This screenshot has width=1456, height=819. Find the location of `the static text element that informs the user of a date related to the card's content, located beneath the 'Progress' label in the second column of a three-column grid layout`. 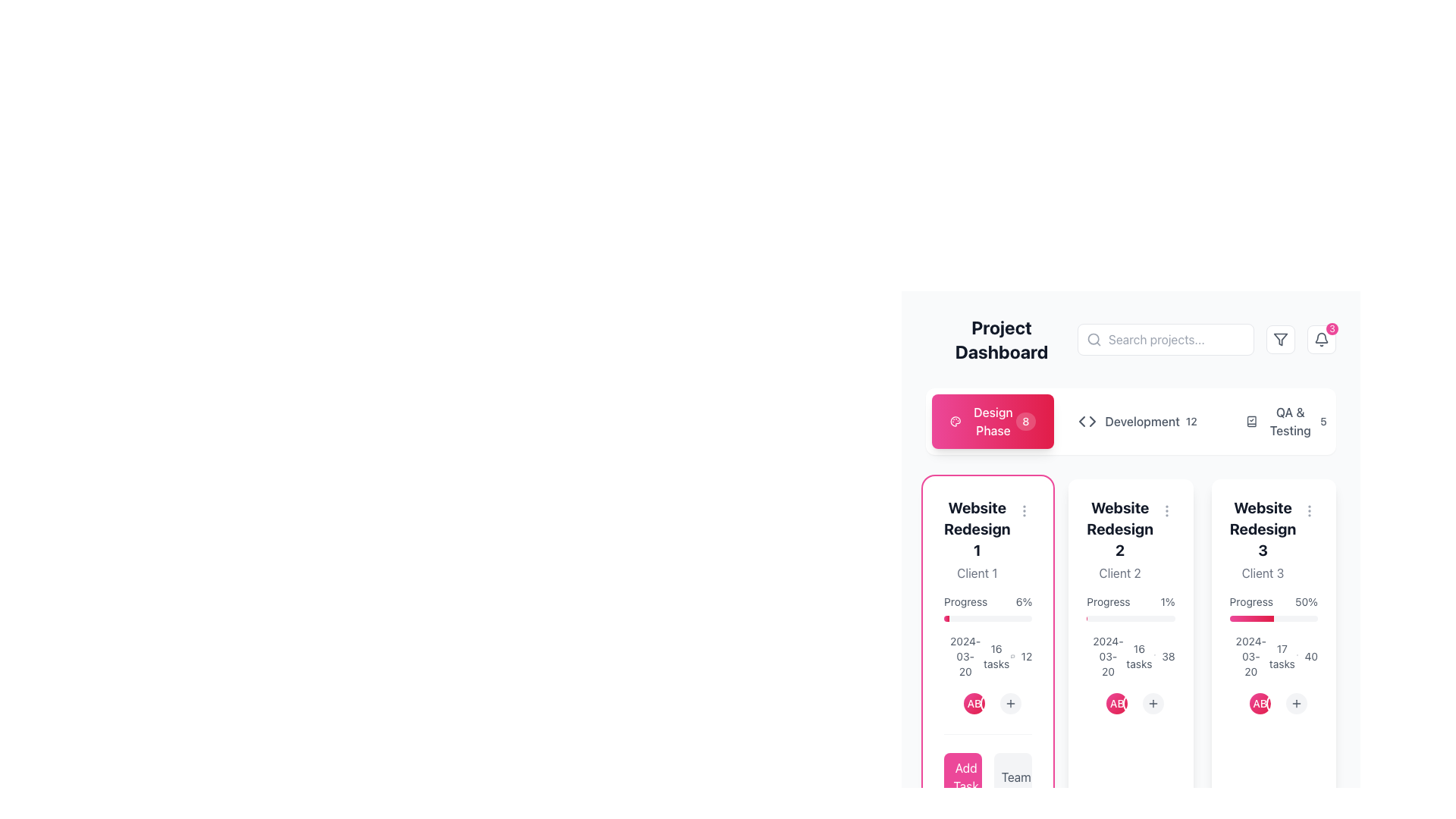

the static text element that informs the user of a date related to the card's content, located beneath the 'Progress' label in the second column of a three-column grid layout is located at coordinates (1097, 656).